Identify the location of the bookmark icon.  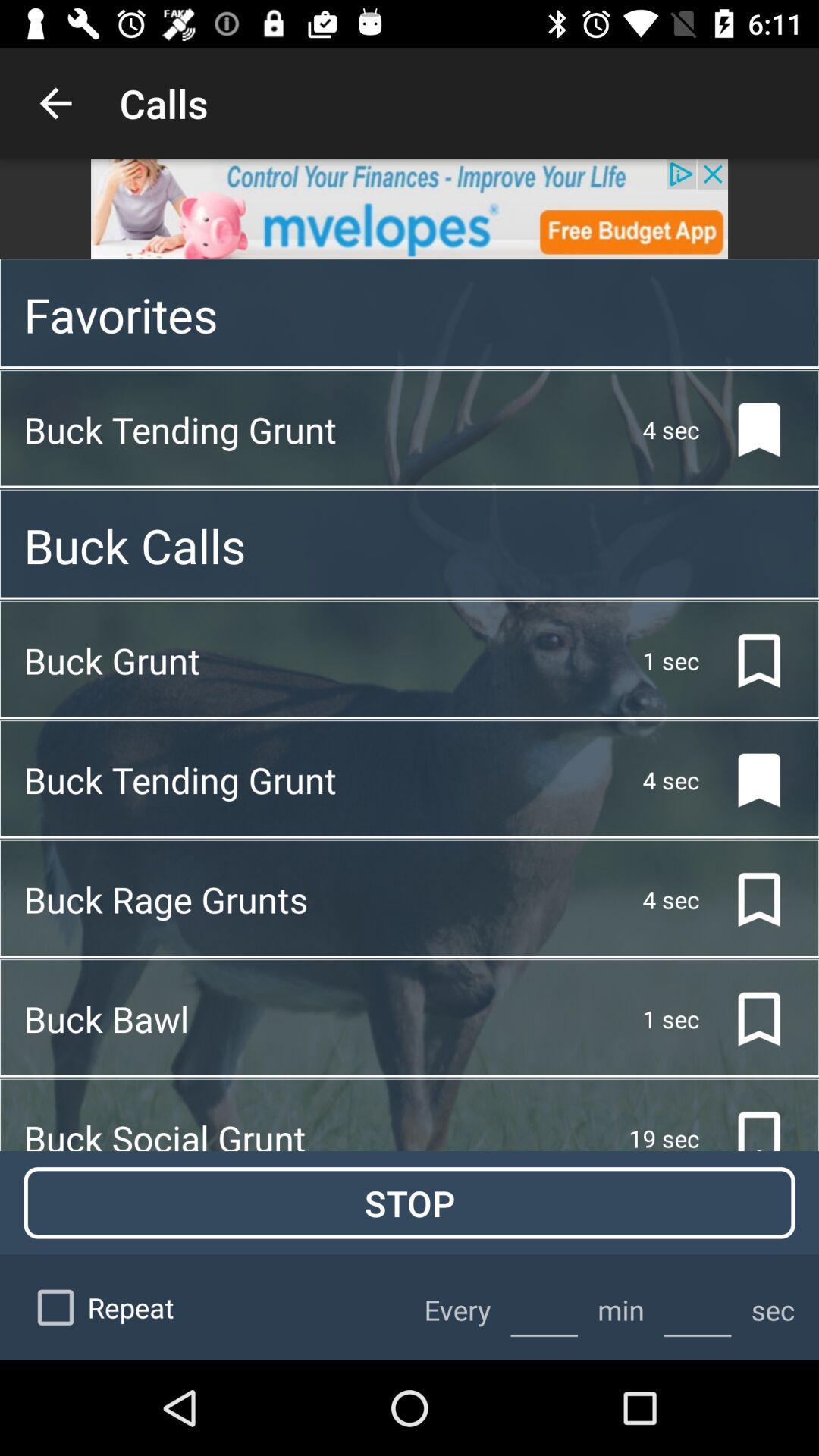
(746, 428).